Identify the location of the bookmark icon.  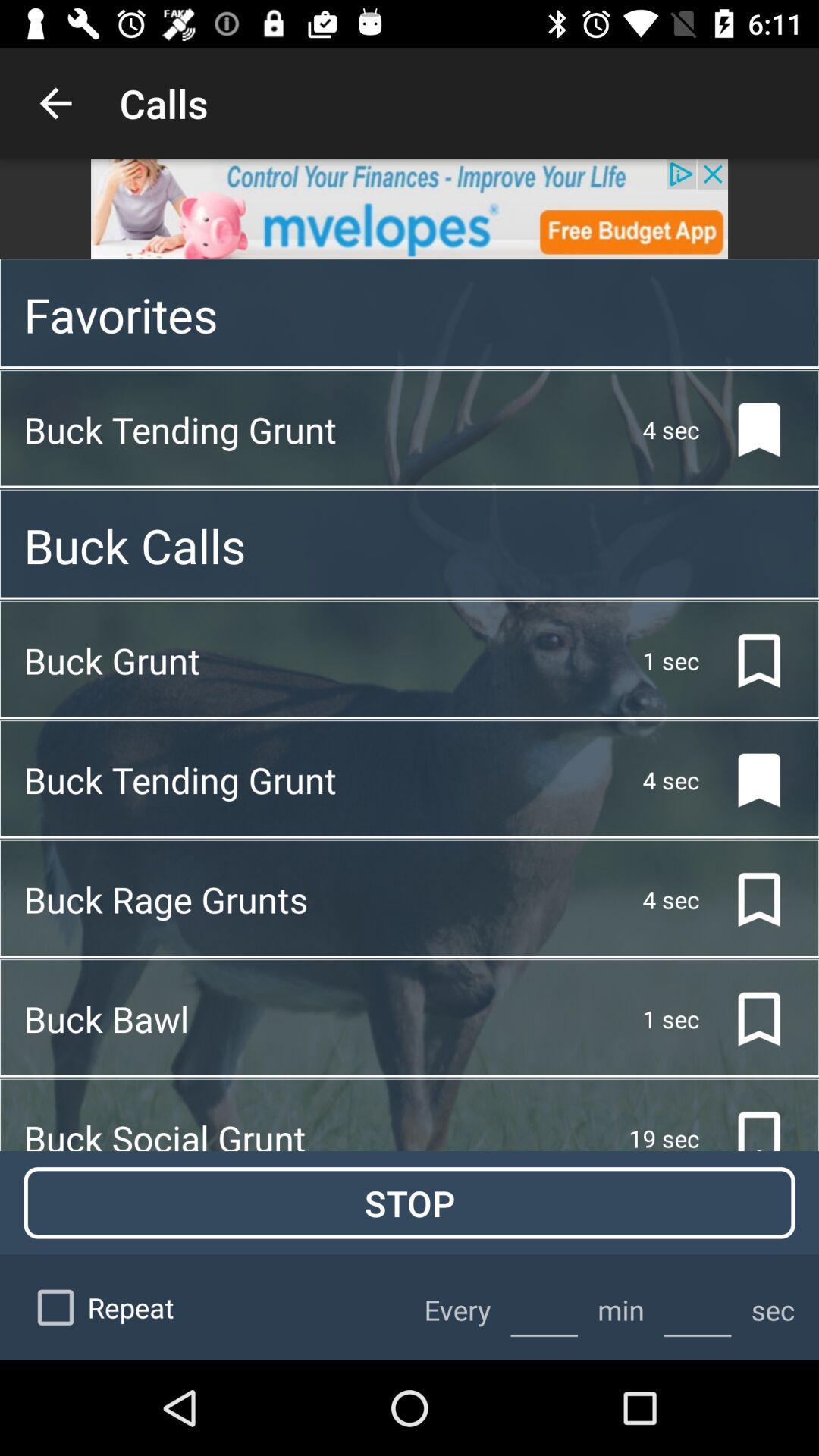
(746, 428).